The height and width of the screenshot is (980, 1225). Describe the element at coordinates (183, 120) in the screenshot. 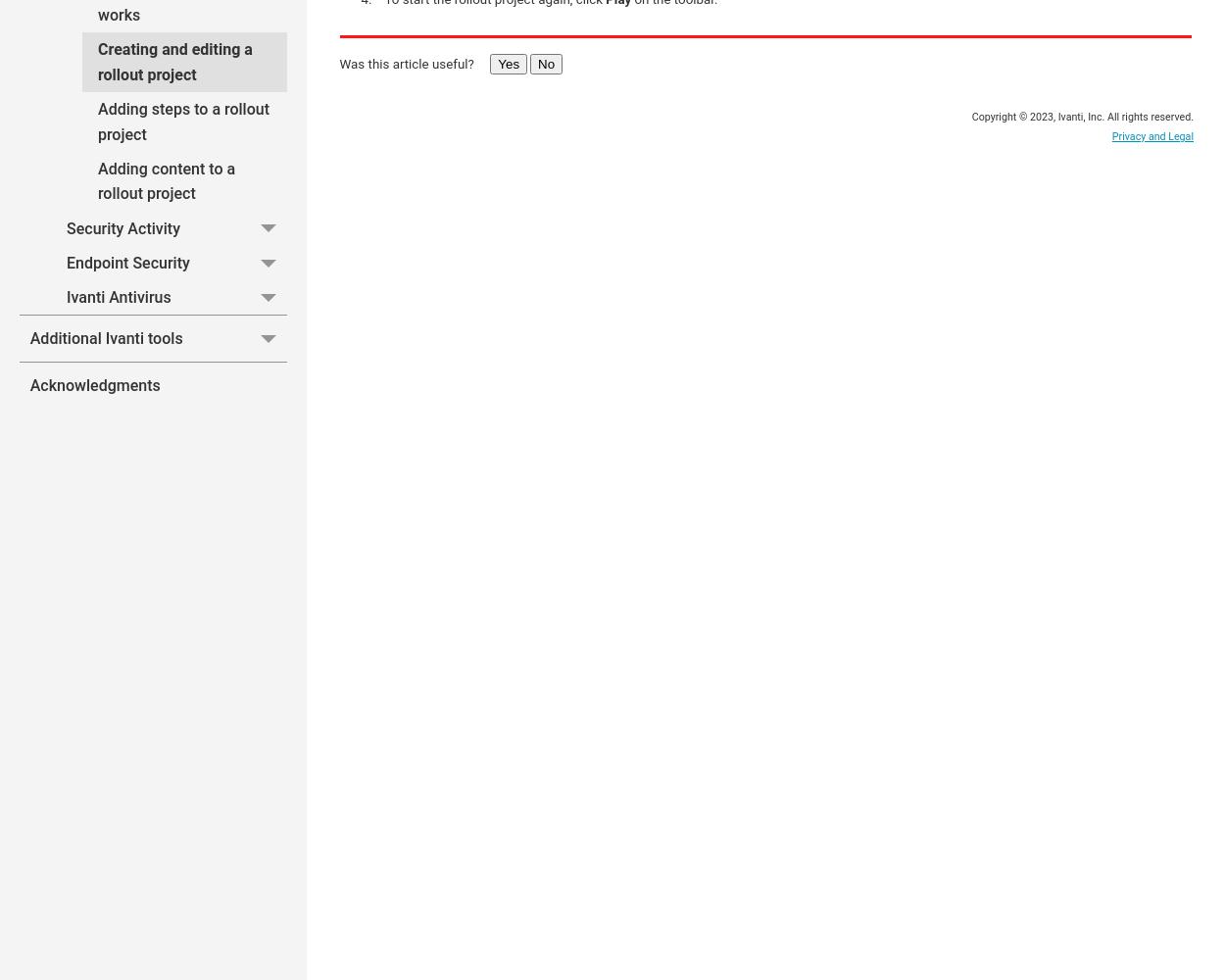

I see `'Adding steps to a rollout project'` at that location.